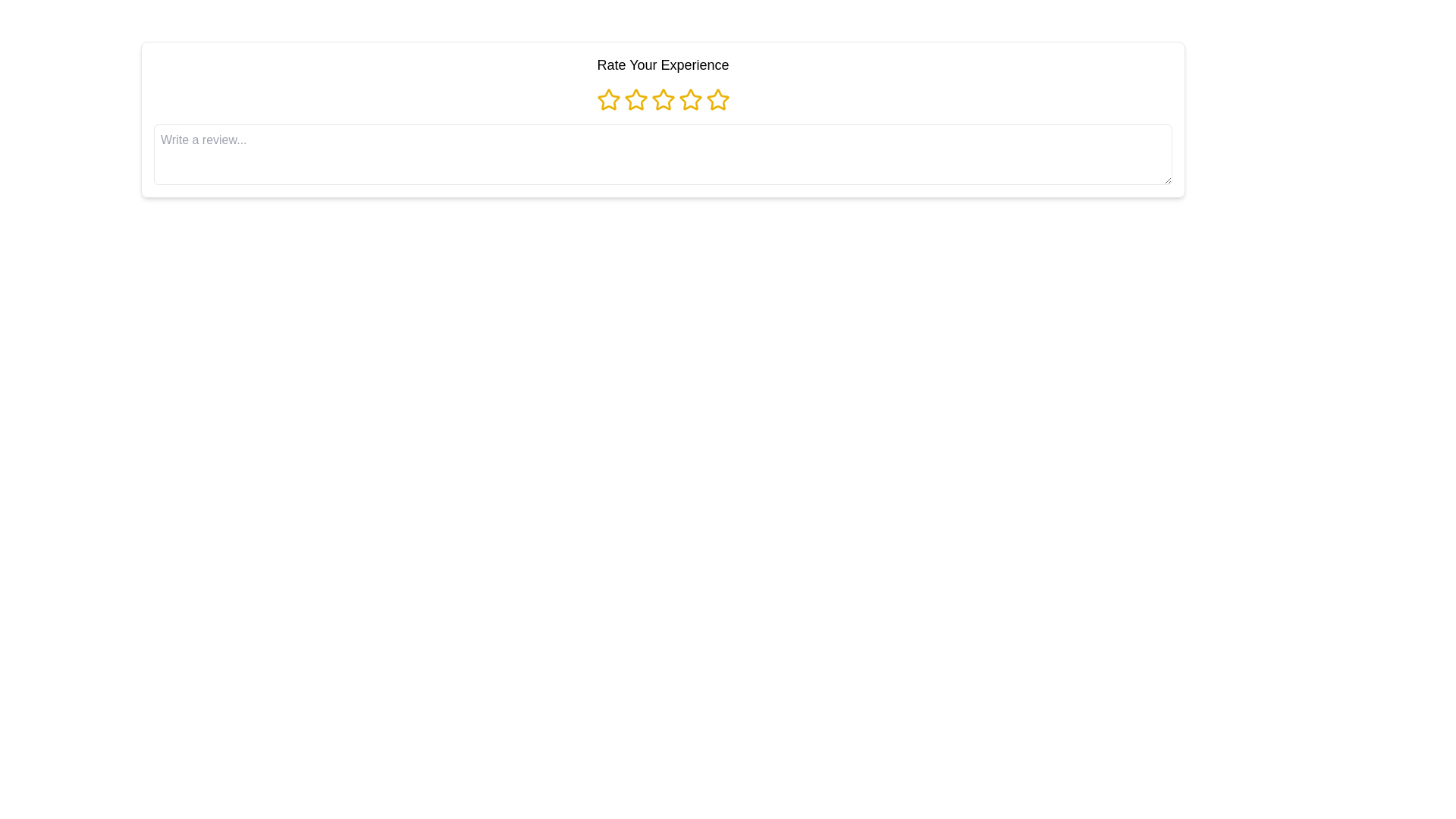  What do you see at coordinates (717, 99) in the screenshot?
I see `the fifth yellow star icon in the rating section` at bounding box center [717, 99].